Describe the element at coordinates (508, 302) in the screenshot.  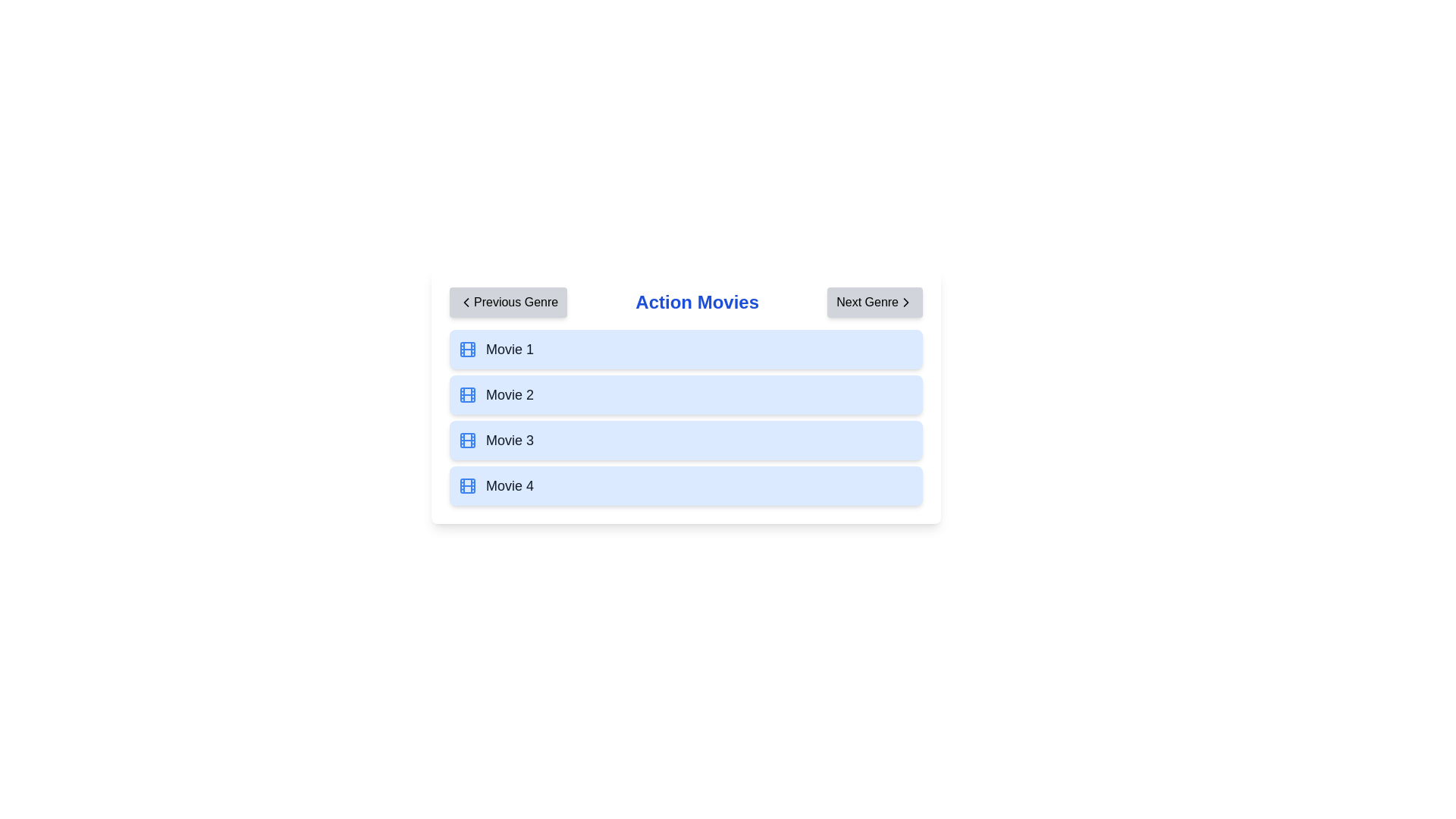
I see `the 'Previous Genre' button, which is a rectangular button with rounded corners and a gray background, located on the left side of the control section` at that location.